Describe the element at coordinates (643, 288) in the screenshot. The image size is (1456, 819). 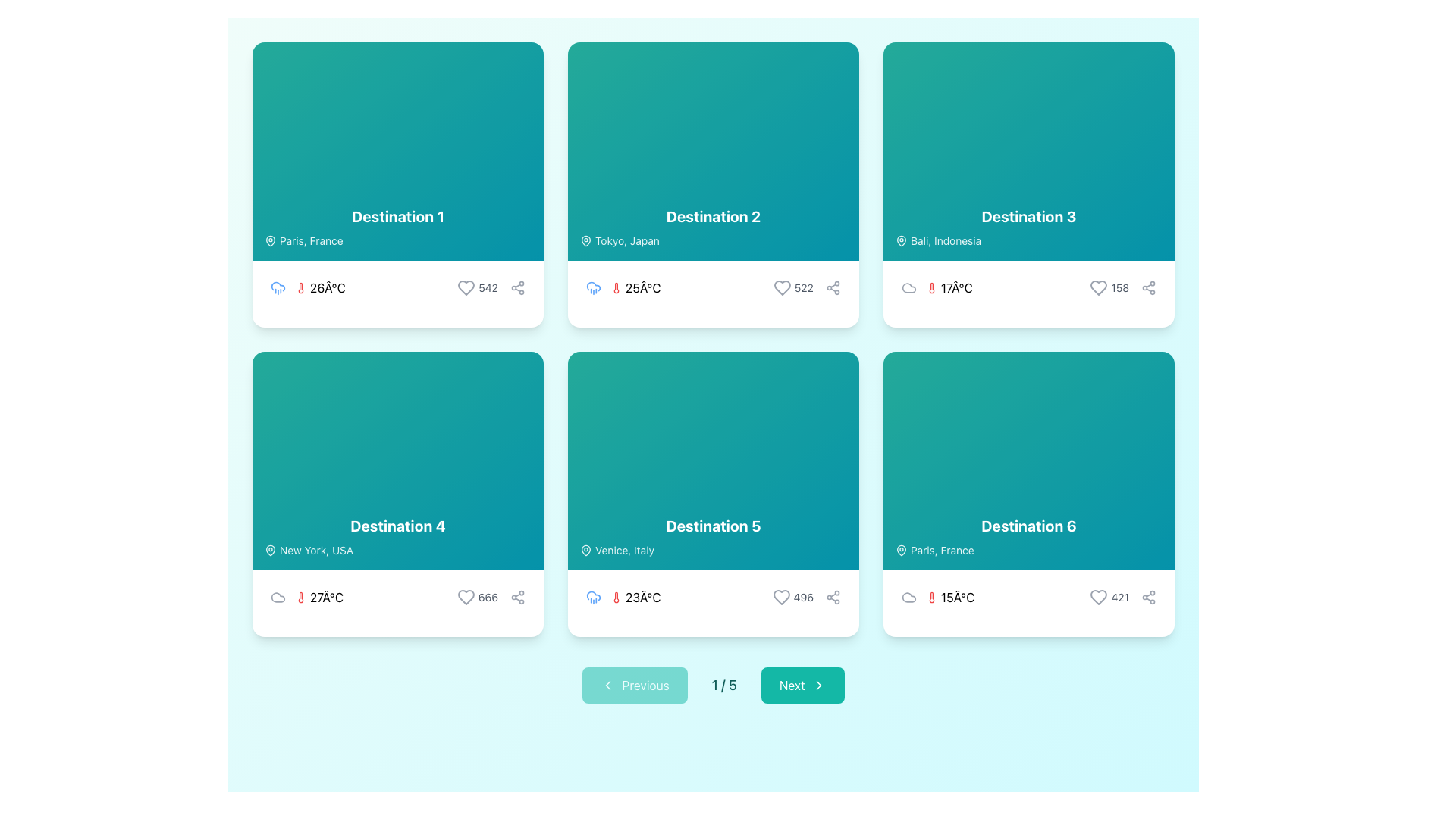
I see `the text label displaying '25Â°C', which is located to the right of a red thermometer icon within the second card labeled 'Destination 2'` at that location.